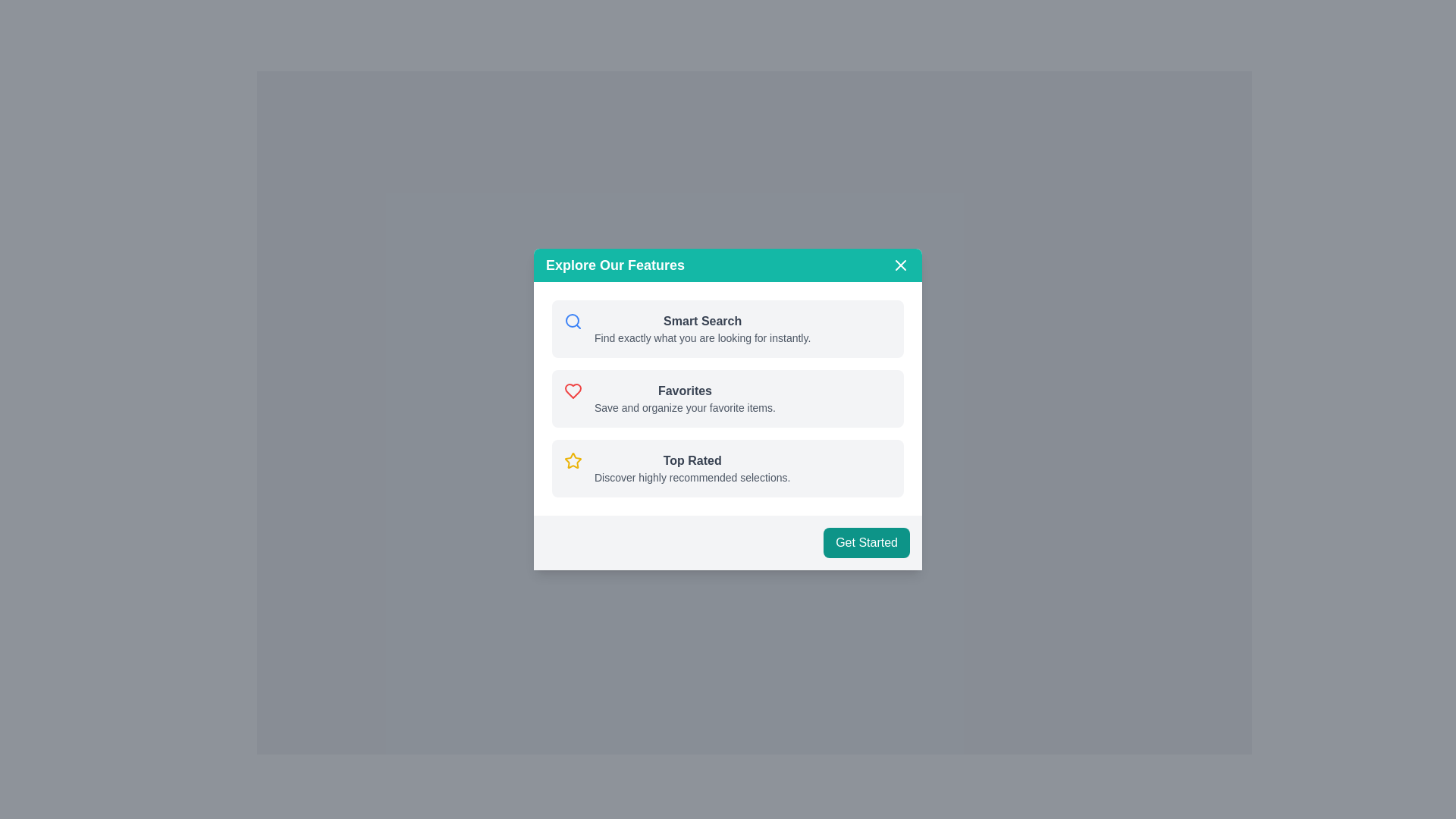  Describe the element at coordinates (701, 321) in the screenshot. I see `text heading 'Smart Search' which is styled in bold, dark text and is located at the top-left quadrant of the modal window titled 'Explore Our Features'` at that location.